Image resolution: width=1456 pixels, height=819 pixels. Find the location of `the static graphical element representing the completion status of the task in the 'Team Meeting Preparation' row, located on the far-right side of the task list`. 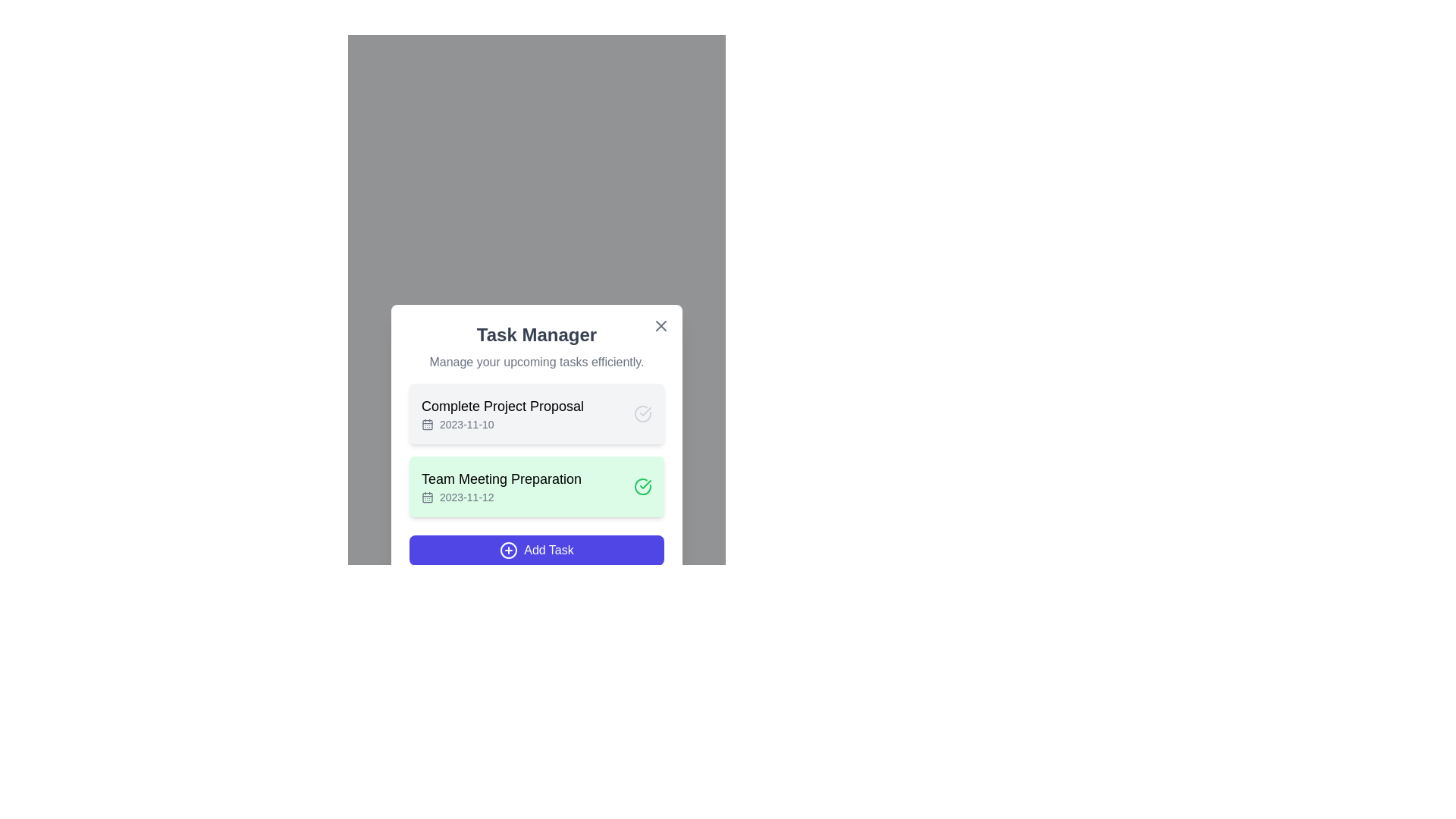

the static graphical element representing the completion status of the task in the 'Team Meeting Preparation' row, located on the far-right side of the task list is located at coordinates (643, 414).